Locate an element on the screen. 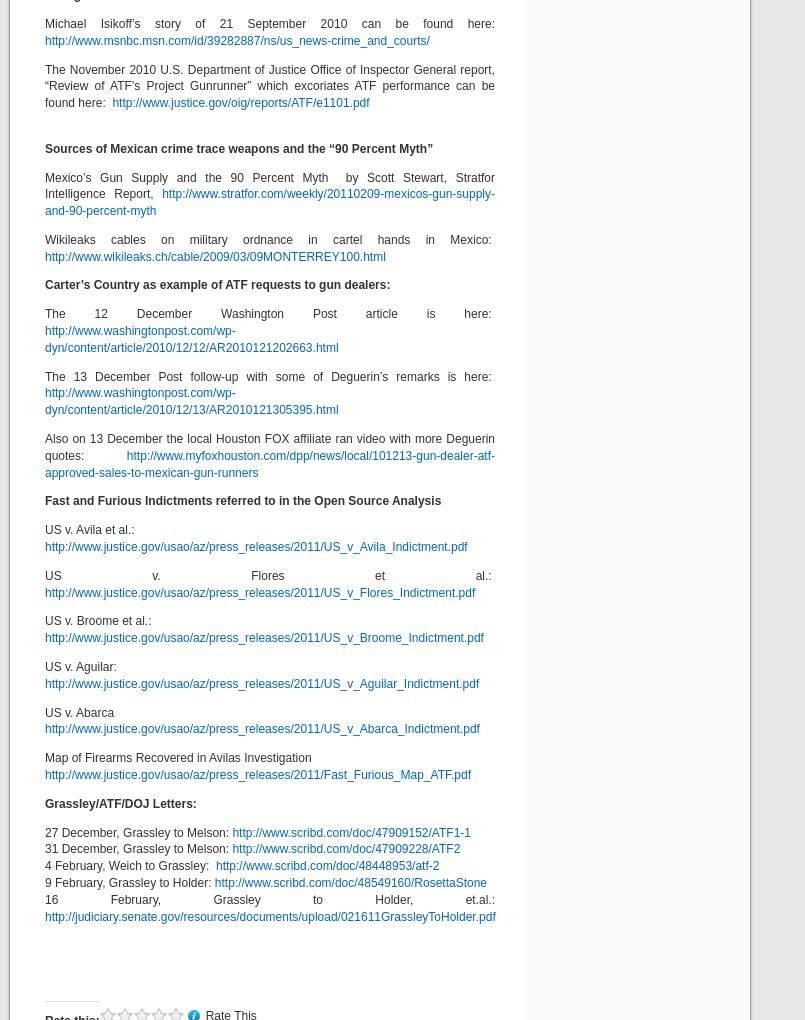 The width and height of the screenshot is (805, 1020). 'Also on 13 December the local Houston FOX affiliate ran video with  more Deguerin quotes:' is located at coordinates (269, 445).